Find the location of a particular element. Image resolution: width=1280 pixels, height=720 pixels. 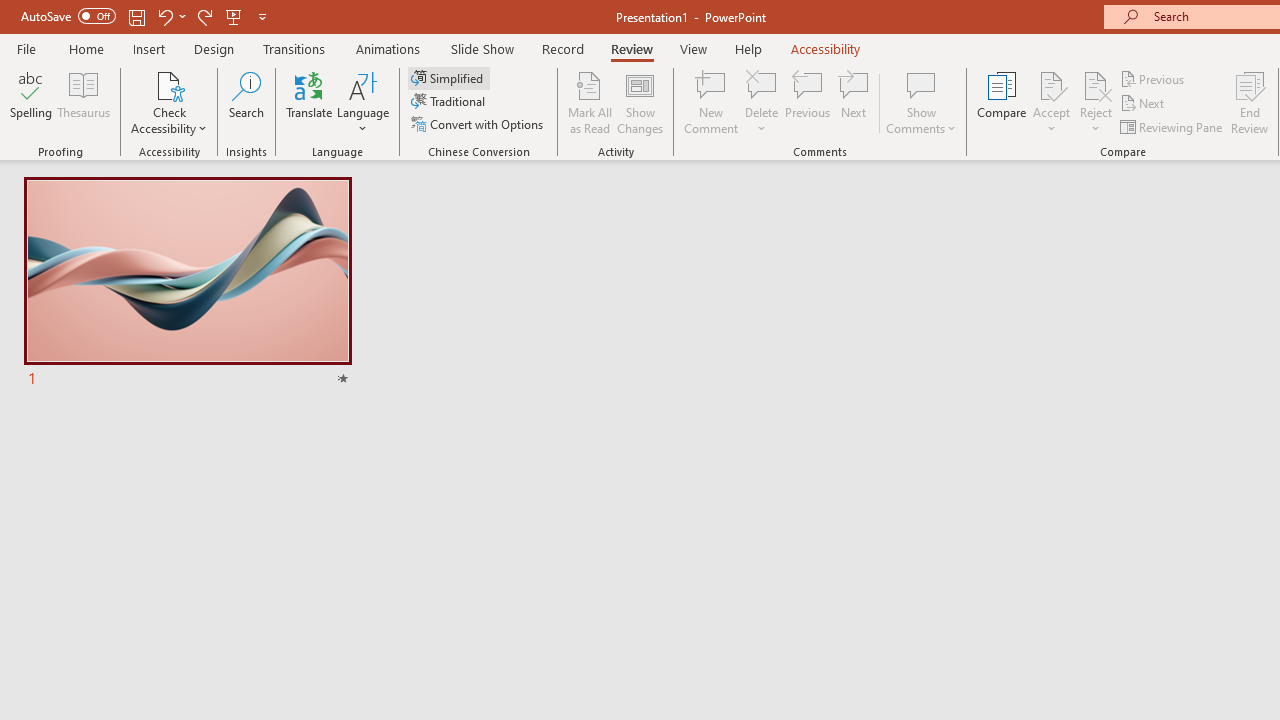

'Delete' is located at coordinates (761, 103).